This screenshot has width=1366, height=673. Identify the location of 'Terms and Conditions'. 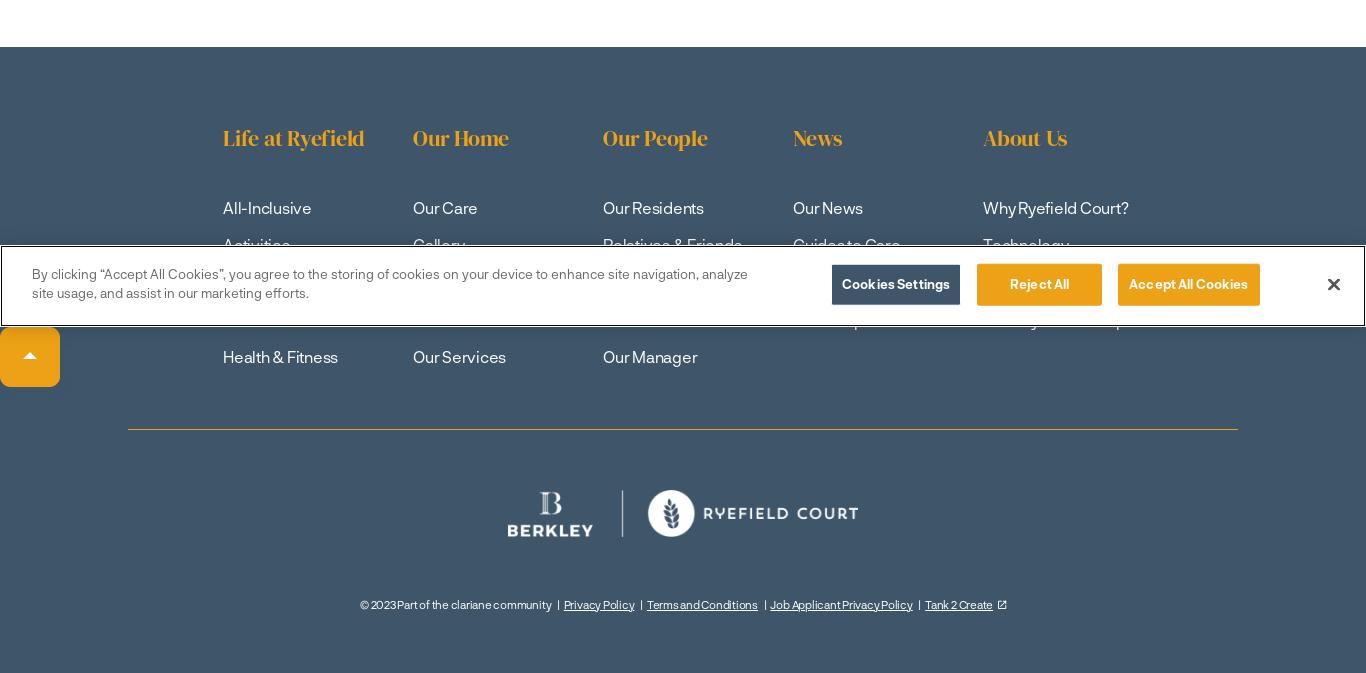
(701, 603).